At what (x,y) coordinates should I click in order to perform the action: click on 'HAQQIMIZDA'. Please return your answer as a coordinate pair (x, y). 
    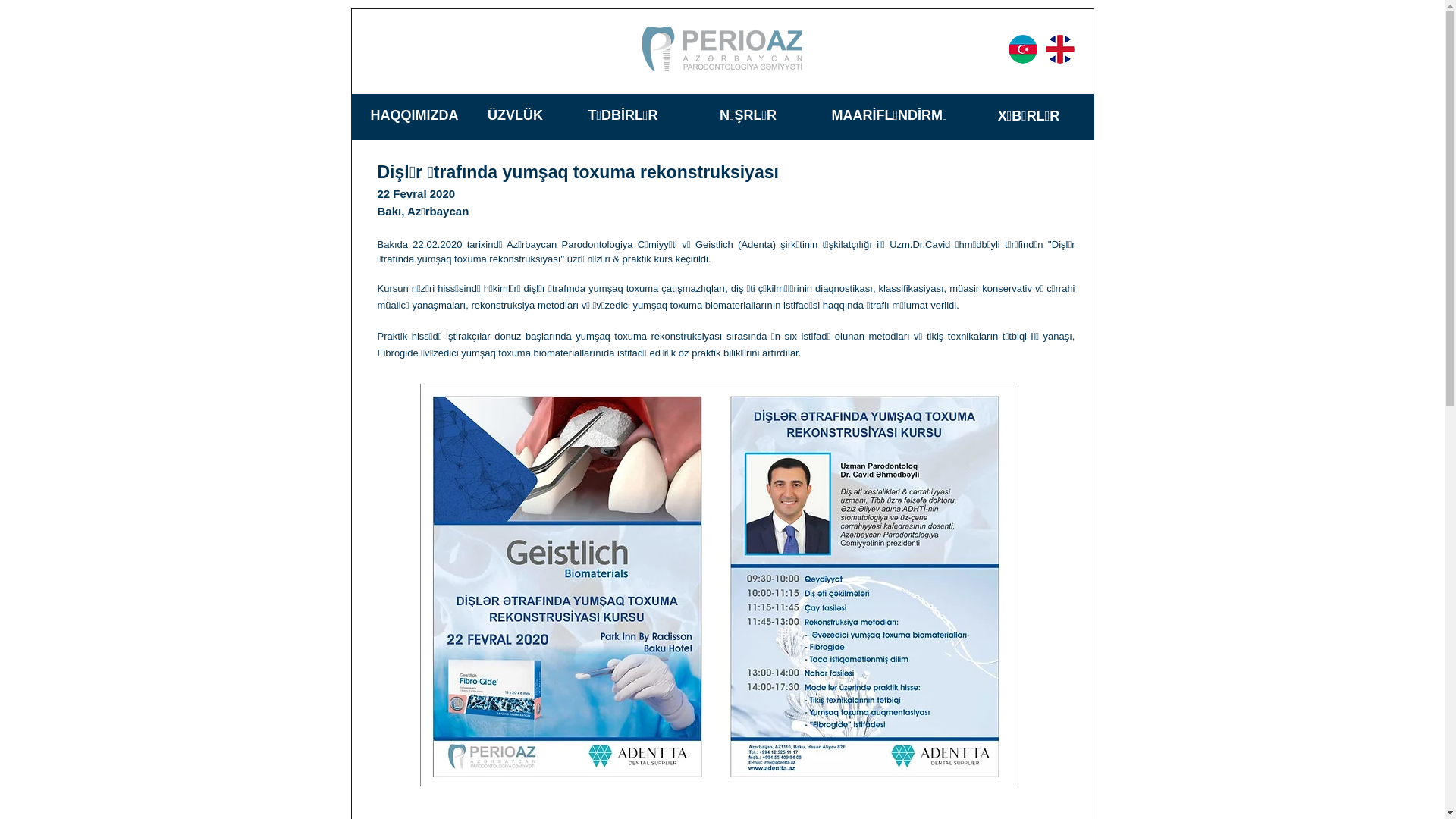
    Looking at the image, I should click on (370, 114).